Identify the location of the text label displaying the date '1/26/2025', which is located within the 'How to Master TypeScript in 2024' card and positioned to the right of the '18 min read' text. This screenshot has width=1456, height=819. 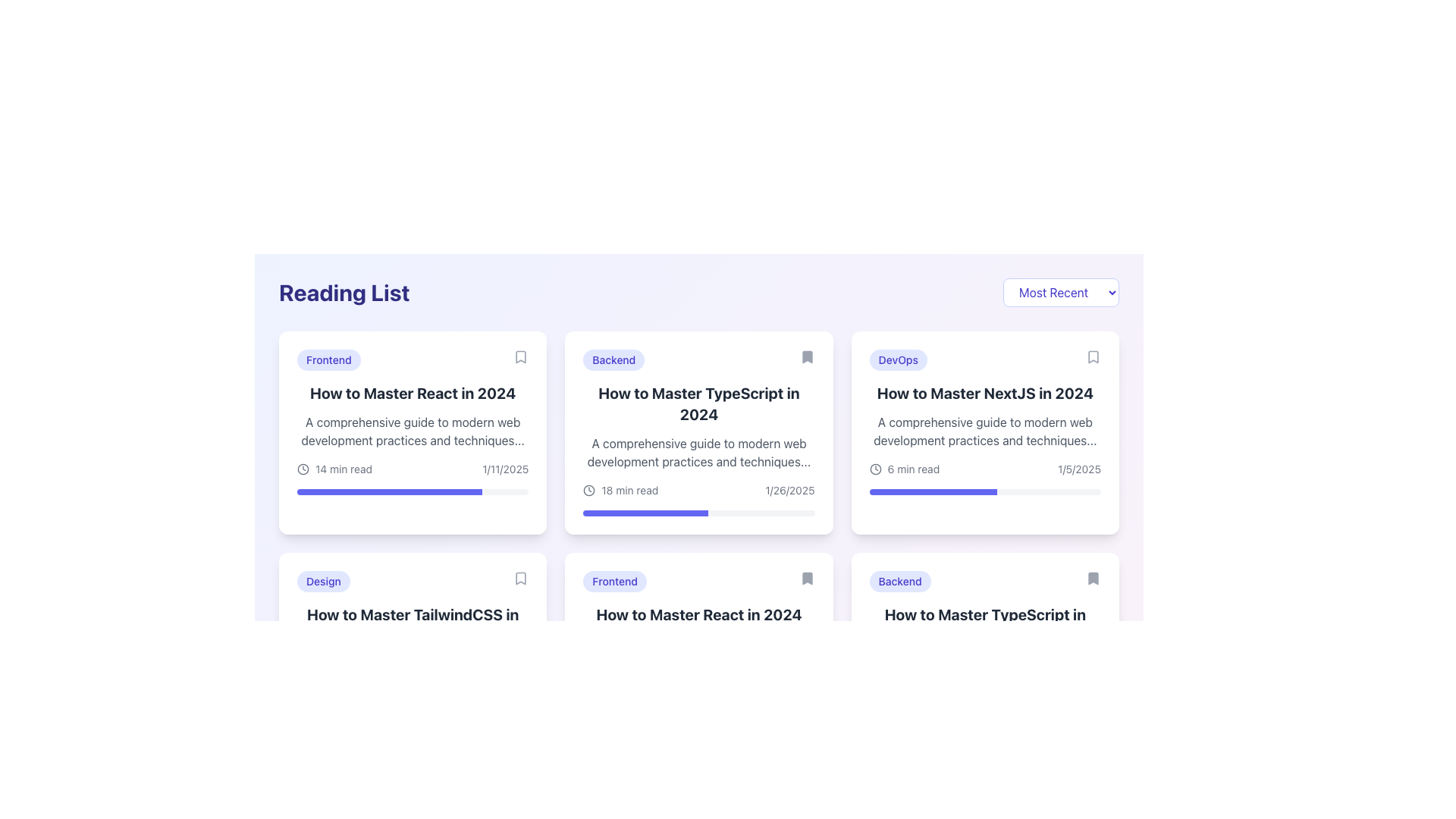
(789, 491).